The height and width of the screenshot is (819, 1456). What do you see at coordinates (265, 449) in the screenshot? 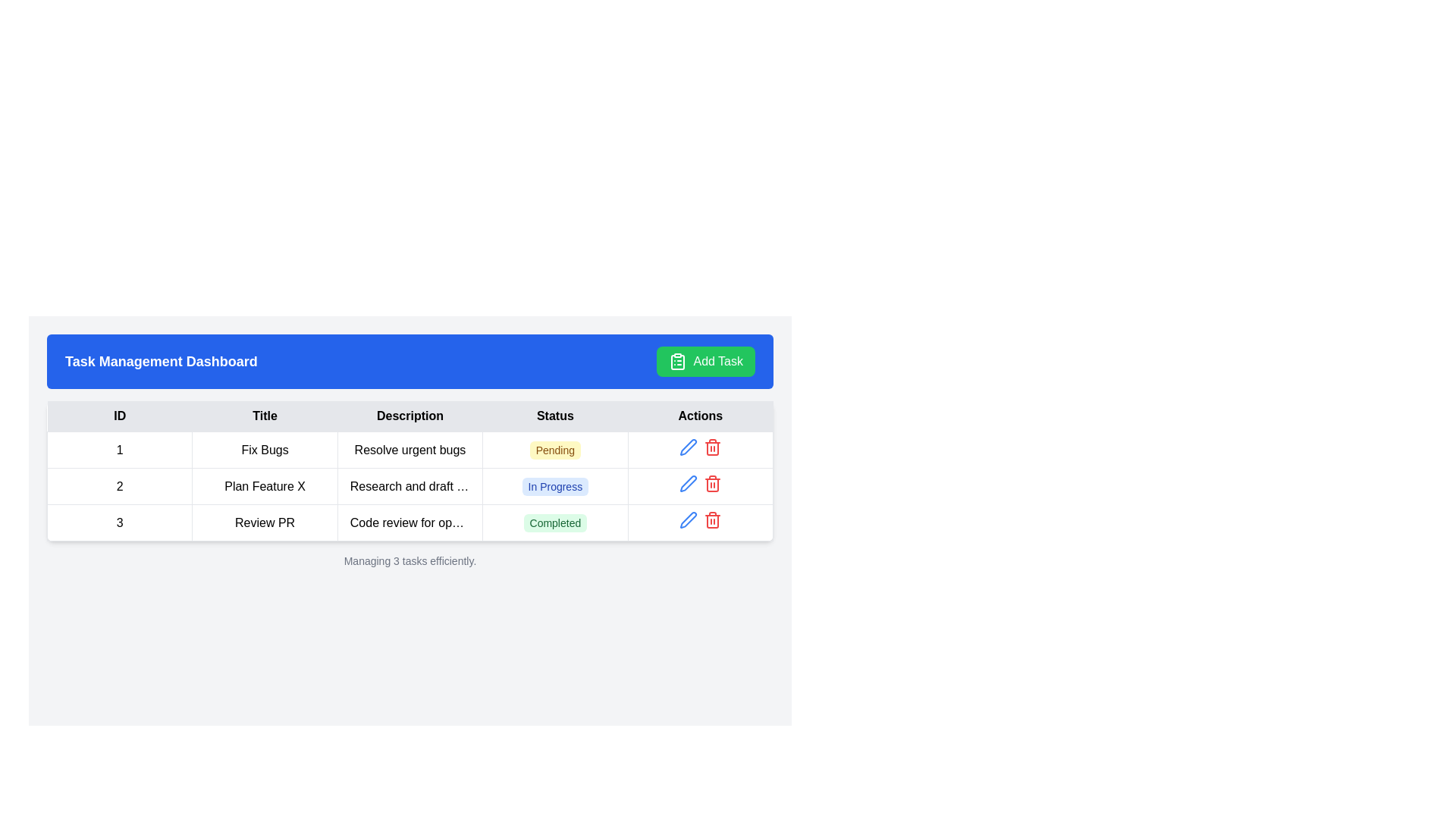
I see `the 'Fix Bugs' text label displayed in a bold sans-serif font within the 'Title' column of the task management dashboard` at bounding box center [265, 449].